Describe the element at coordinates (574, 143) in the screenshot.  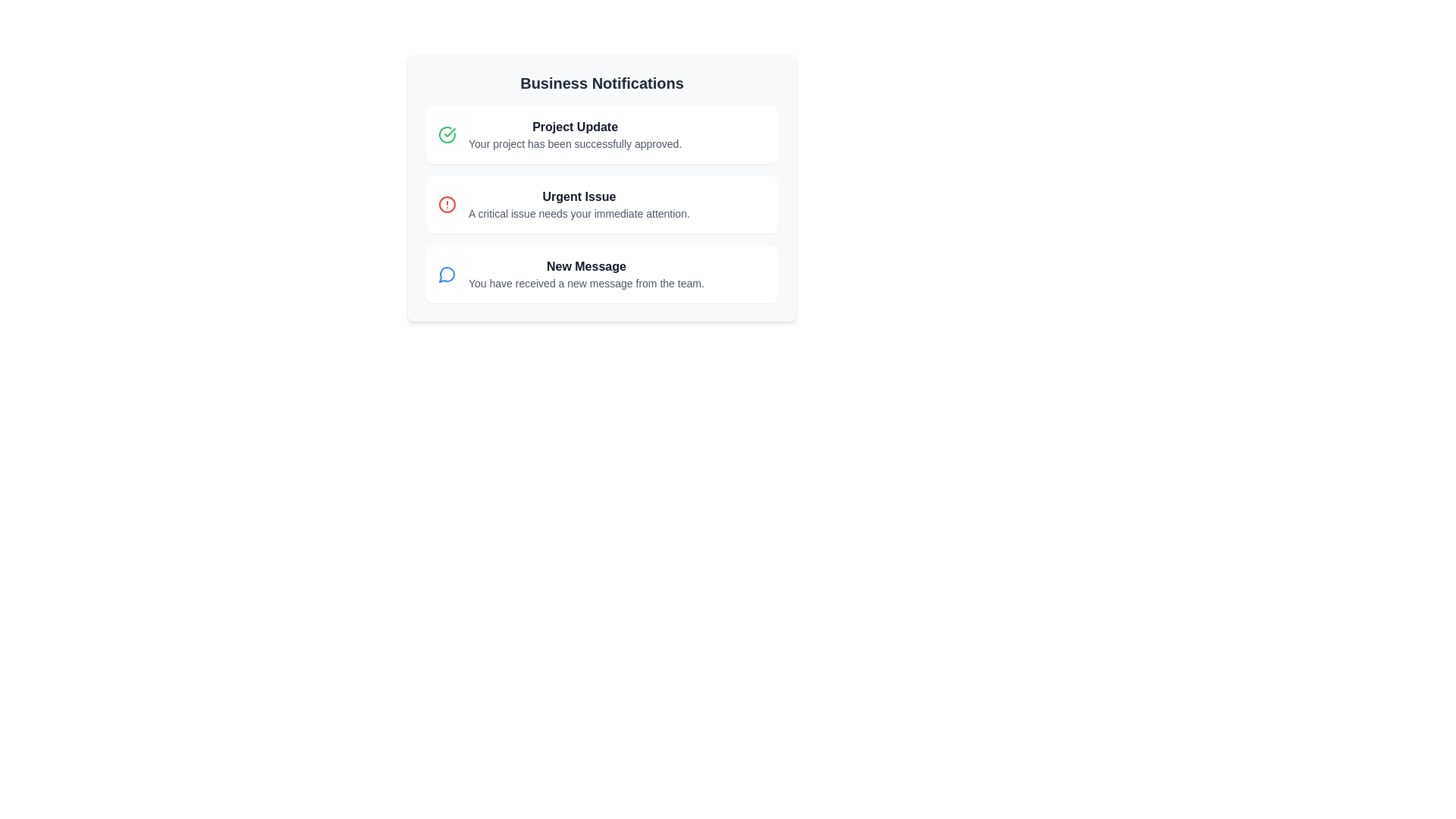
I see `text element that displays 'Your project has been successfully approved.' located below the header 'Project Update' within the 'Business Notifications' card` at that location.